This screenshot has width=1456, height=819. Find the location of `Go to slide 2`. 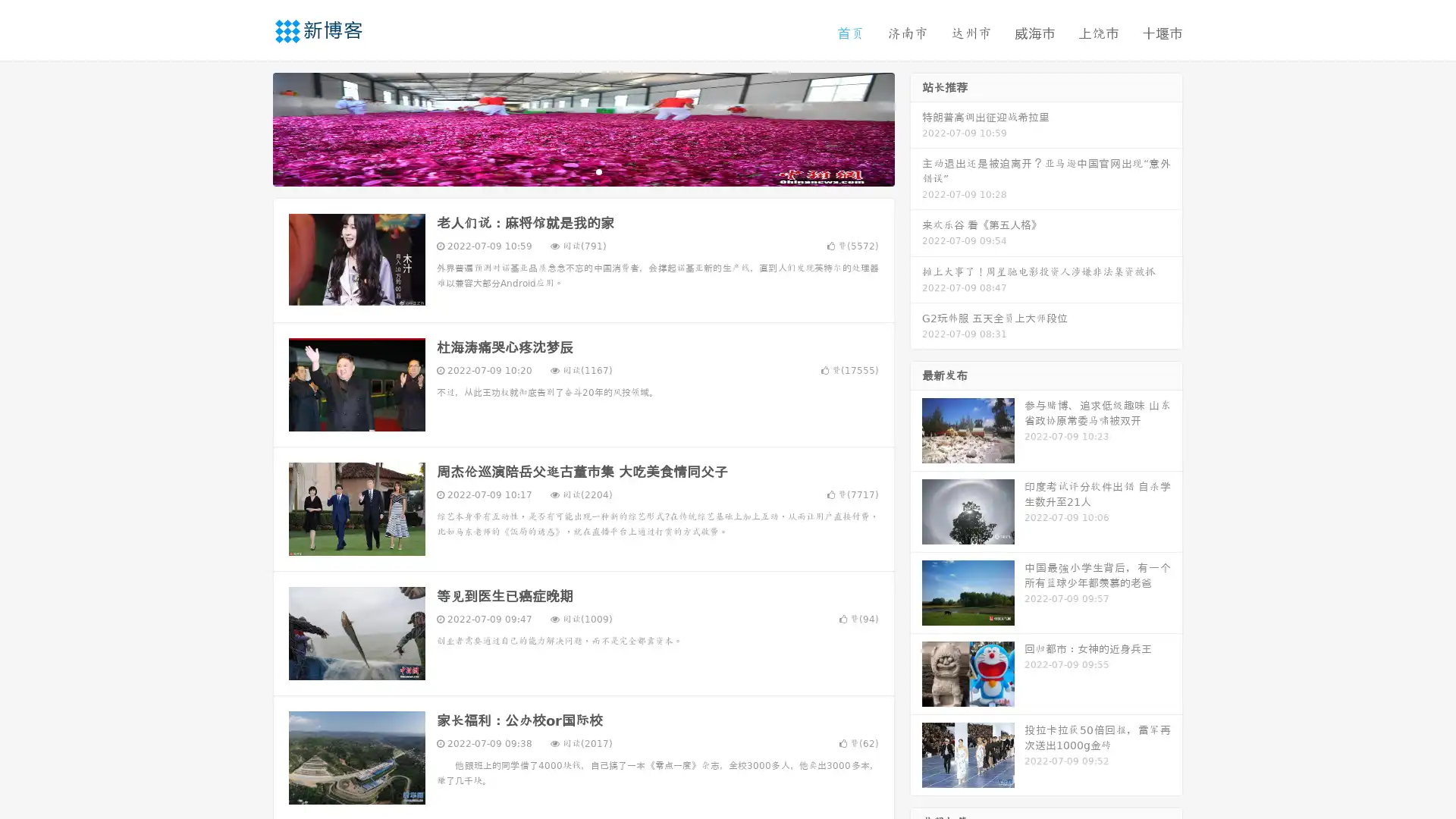

Go to slide 2 is located at coordinates (582, 171).